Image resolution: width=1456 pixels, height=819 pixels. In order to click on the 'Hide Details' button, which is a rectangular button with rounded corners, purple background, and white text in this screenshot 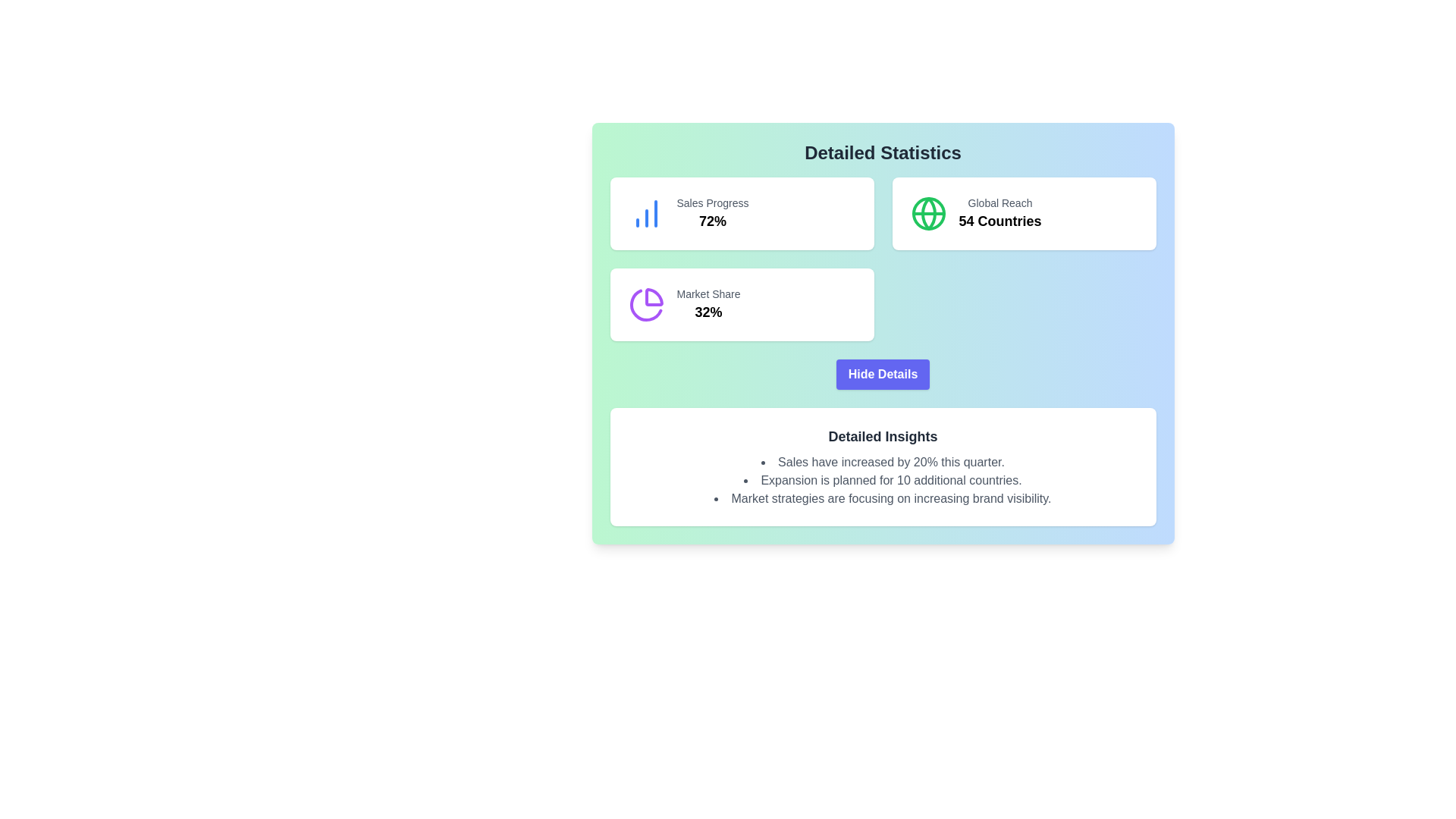, I will do `click(883, 374)`.